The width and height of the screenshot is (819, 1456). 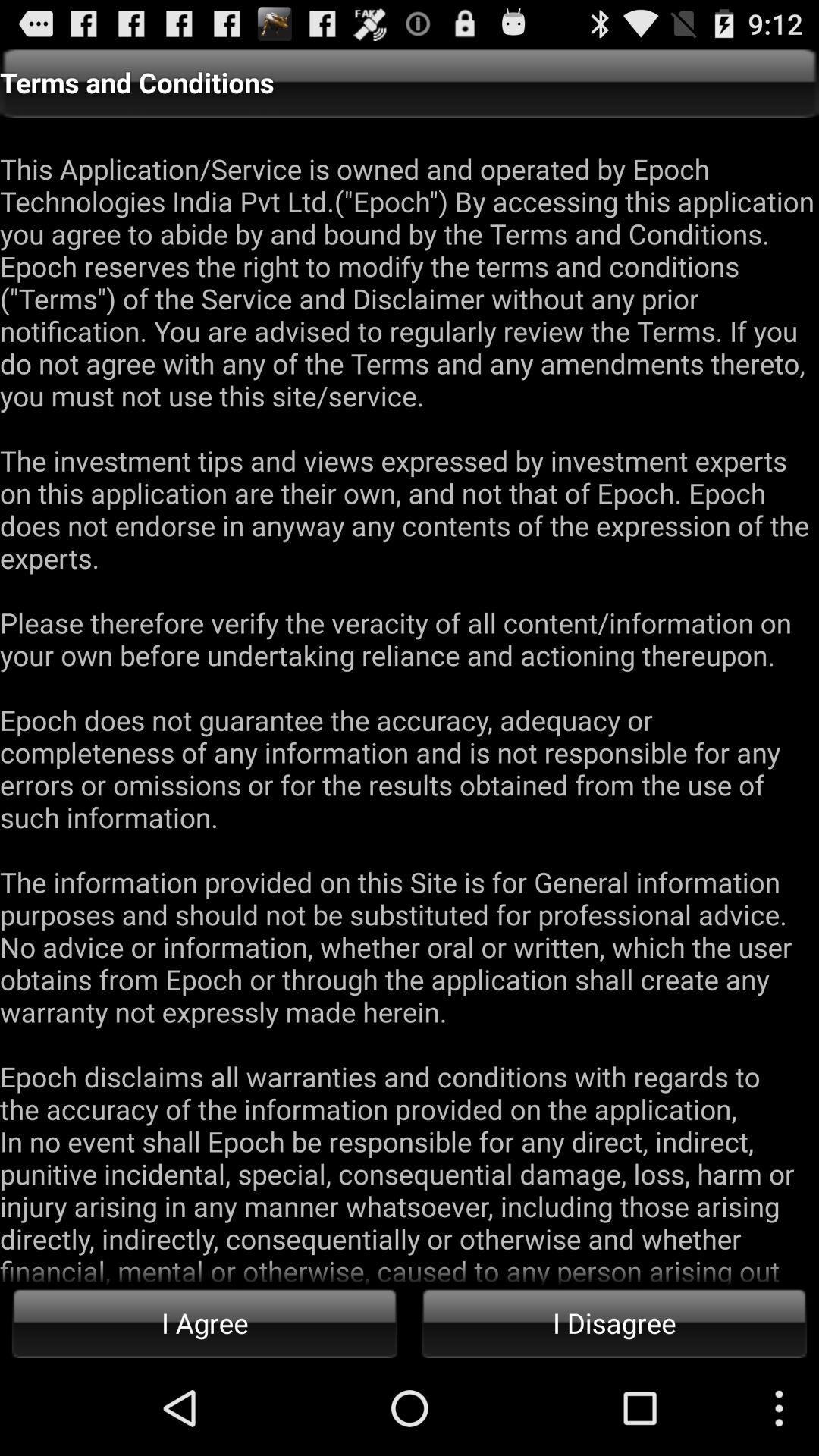 I want to click on the icon to the left of the  i disagree  button, so click(x=205, y=1322).